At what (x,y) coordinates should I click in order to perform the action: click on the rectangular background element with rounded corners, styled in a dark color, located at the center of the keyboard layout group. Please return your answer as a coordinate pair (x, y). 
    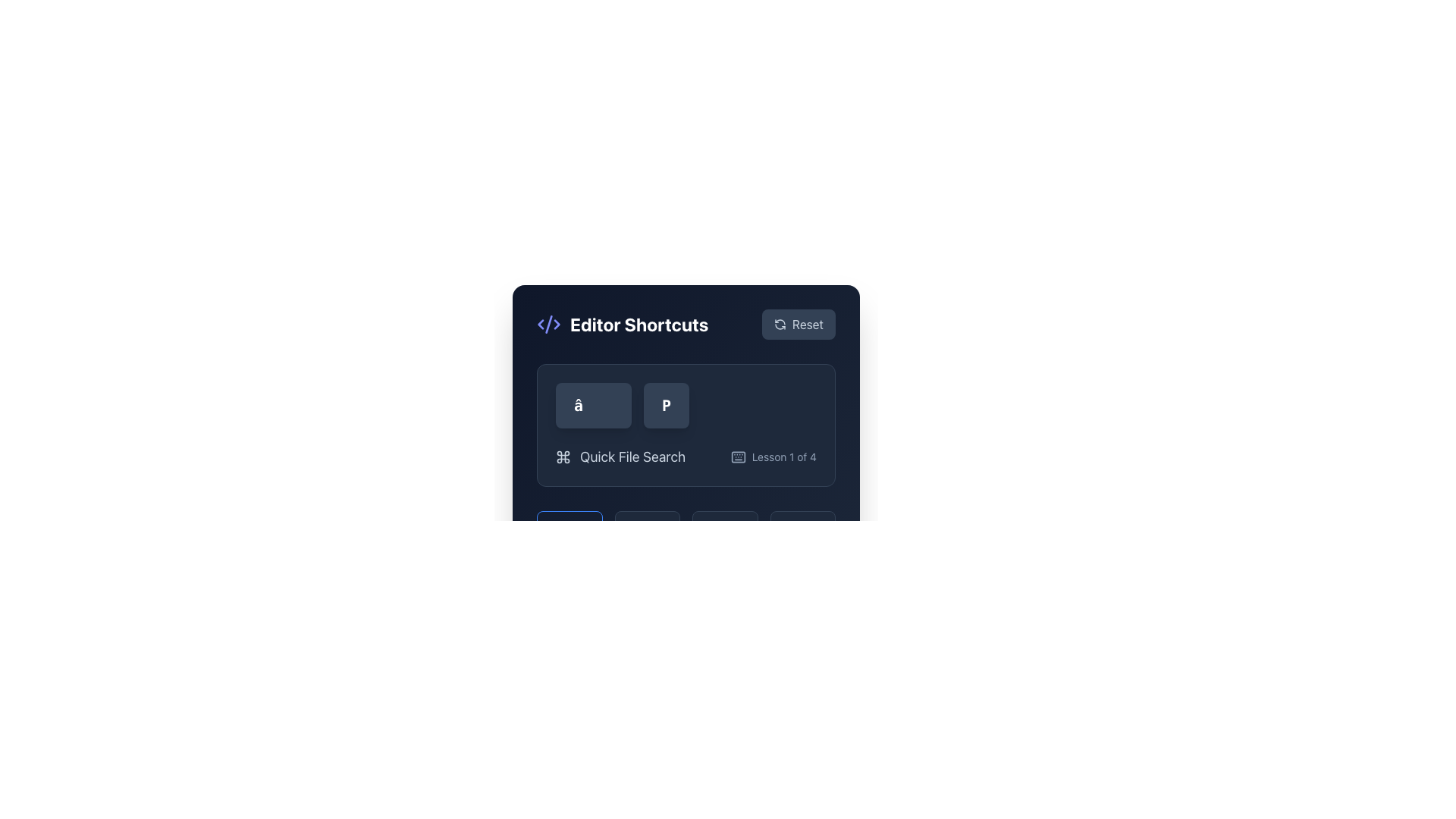
    Looking at the image, I should click on (738, 456).